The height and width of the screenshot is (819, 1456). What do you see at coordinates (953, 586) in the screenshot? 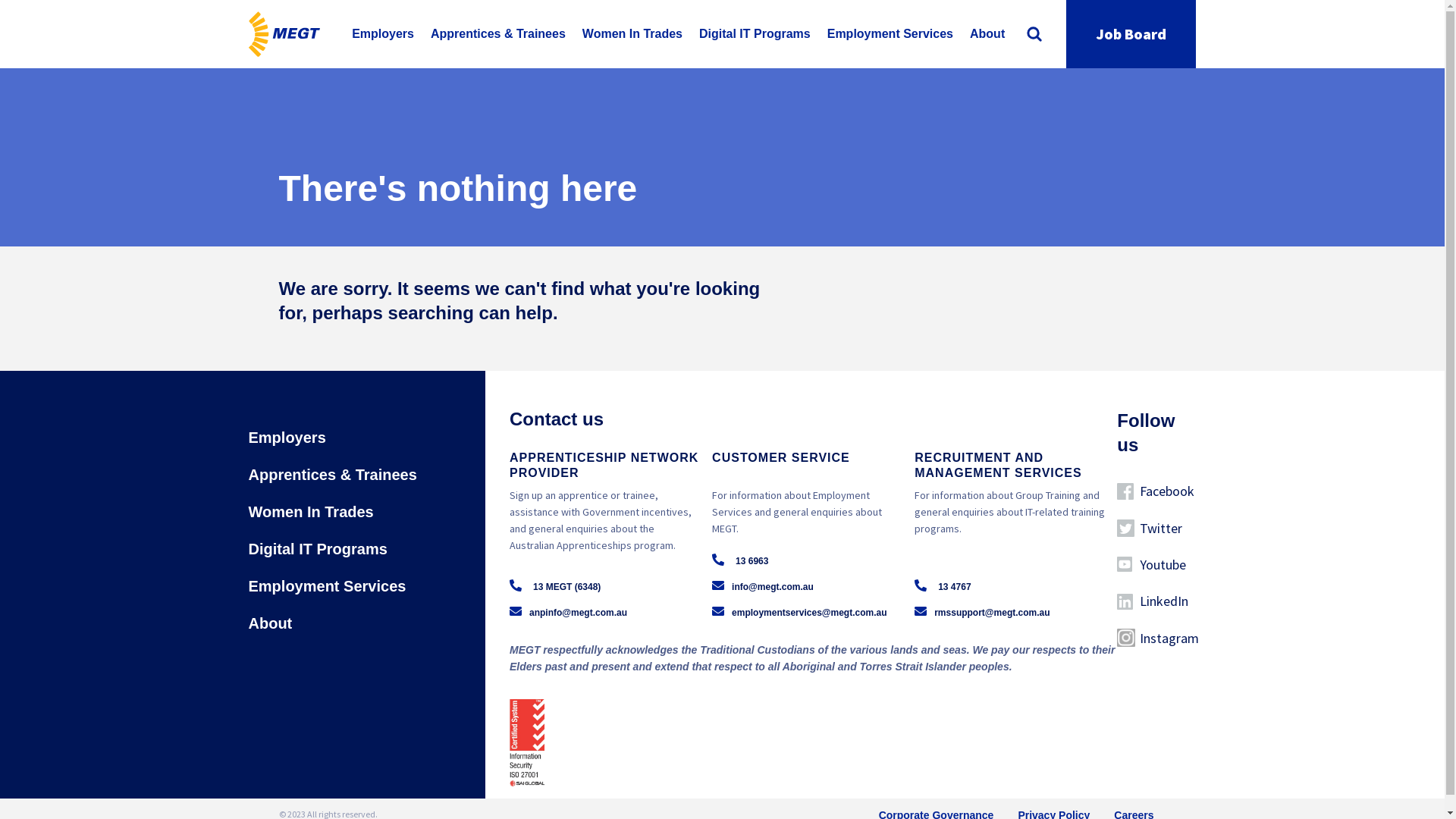
I see `'13 4767'` at bounding box center [953, 586].